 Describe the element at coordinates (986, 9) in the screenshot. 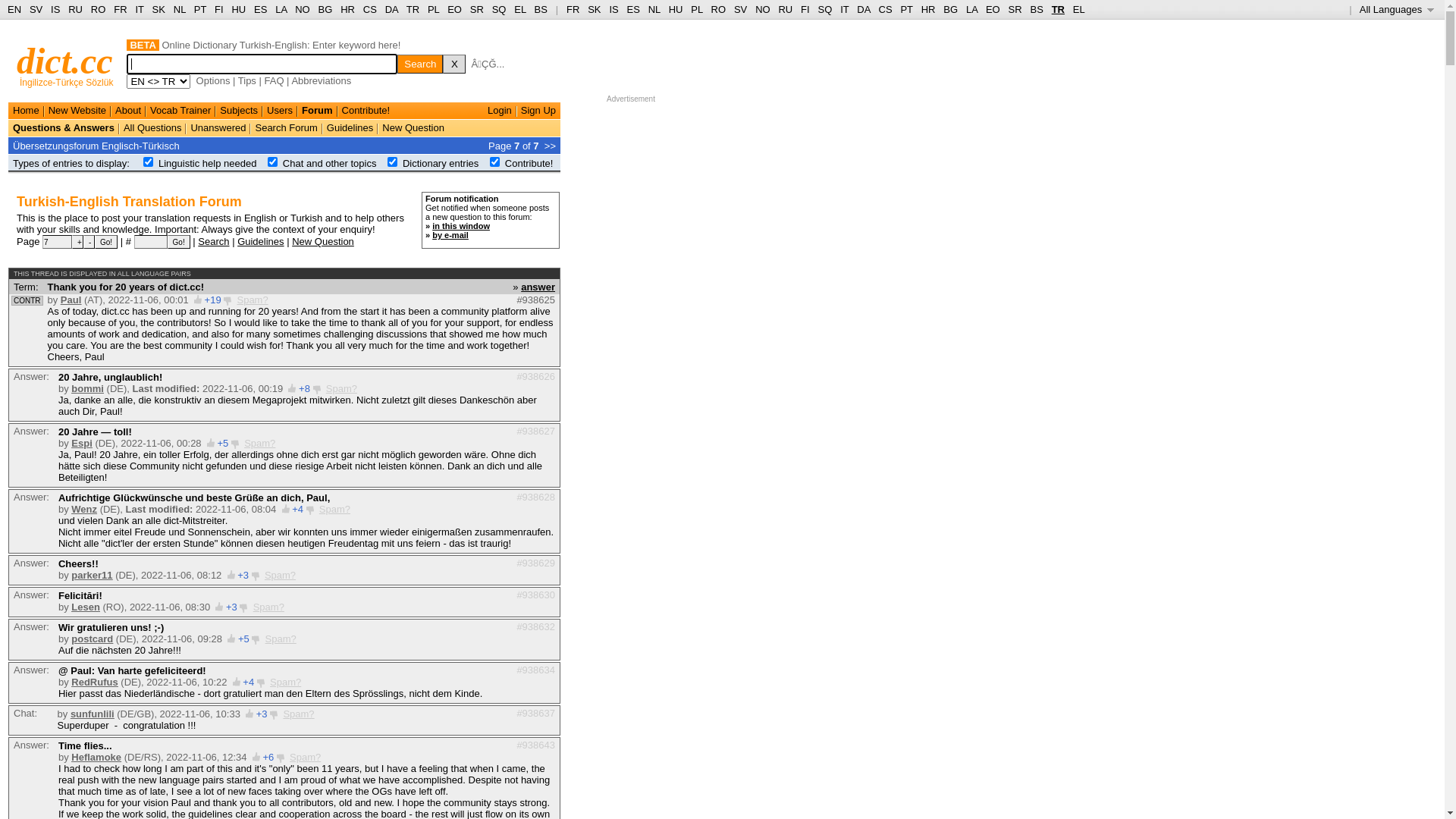

I see `'EO'` at that location.